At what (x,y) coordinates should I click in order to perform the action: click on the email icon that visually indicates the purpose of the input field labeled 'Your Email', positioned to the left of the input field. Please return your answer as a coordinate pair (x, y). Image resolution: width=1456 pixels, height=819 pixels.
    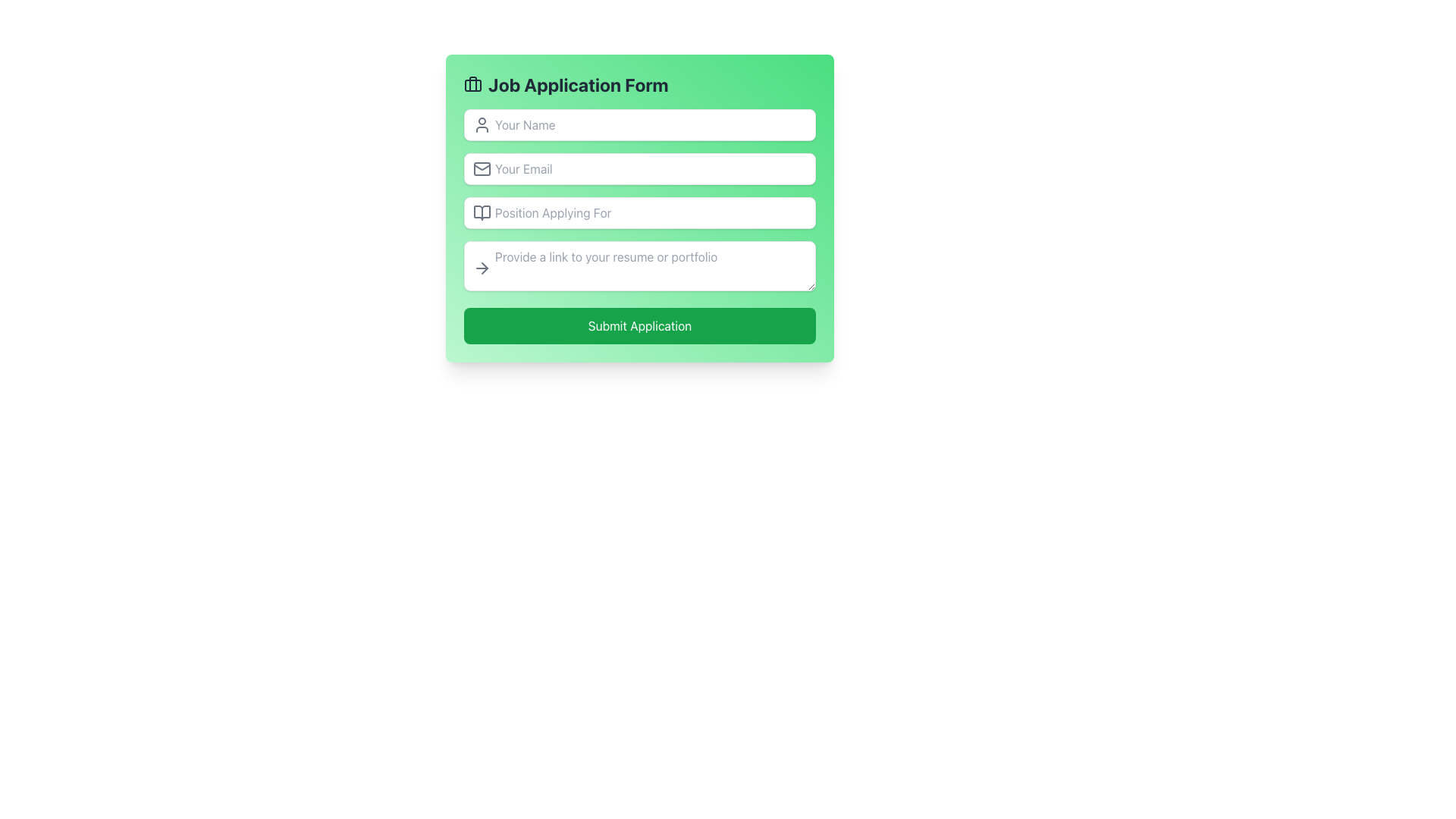
    Looking at the image, I should click on (481, 169).